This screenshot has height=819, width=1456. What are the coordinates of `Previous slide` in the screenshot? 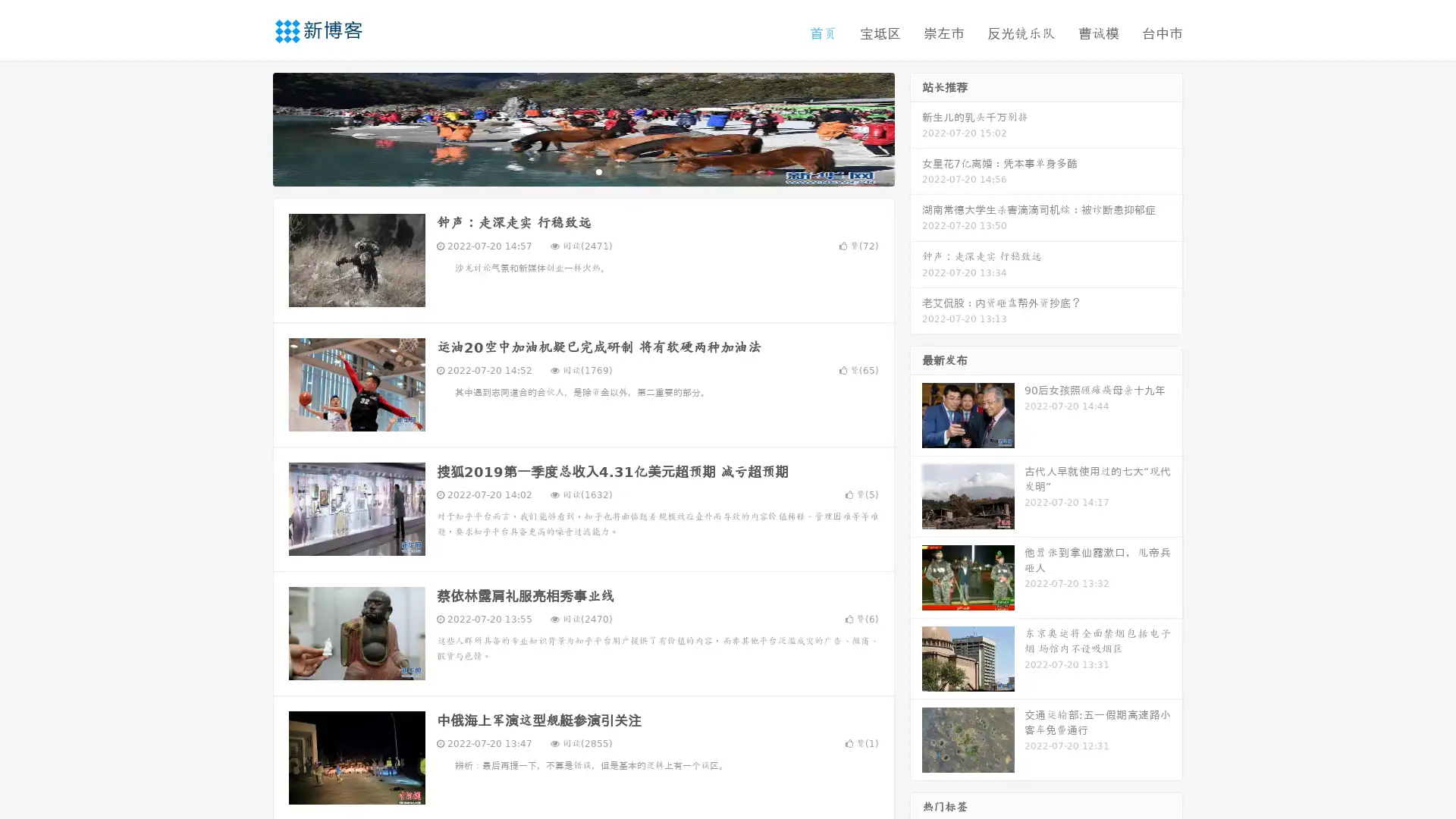 It's located at (250, 127).